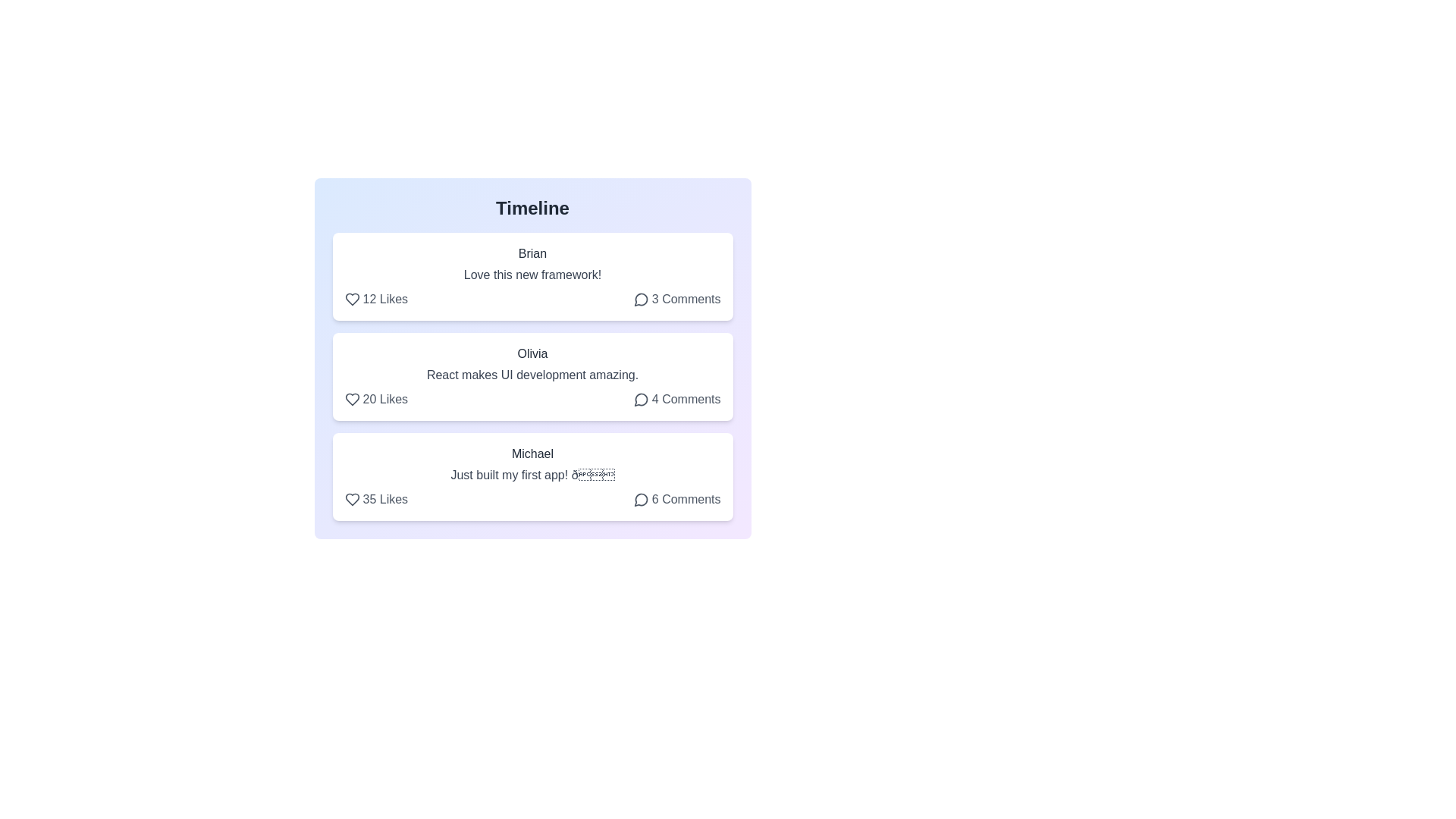 The height and width of the screenshot is (819, 1456). Describe the element at coordinates (376, 299) in the screenshot. I see `Like button for the post by Brian` at that location.